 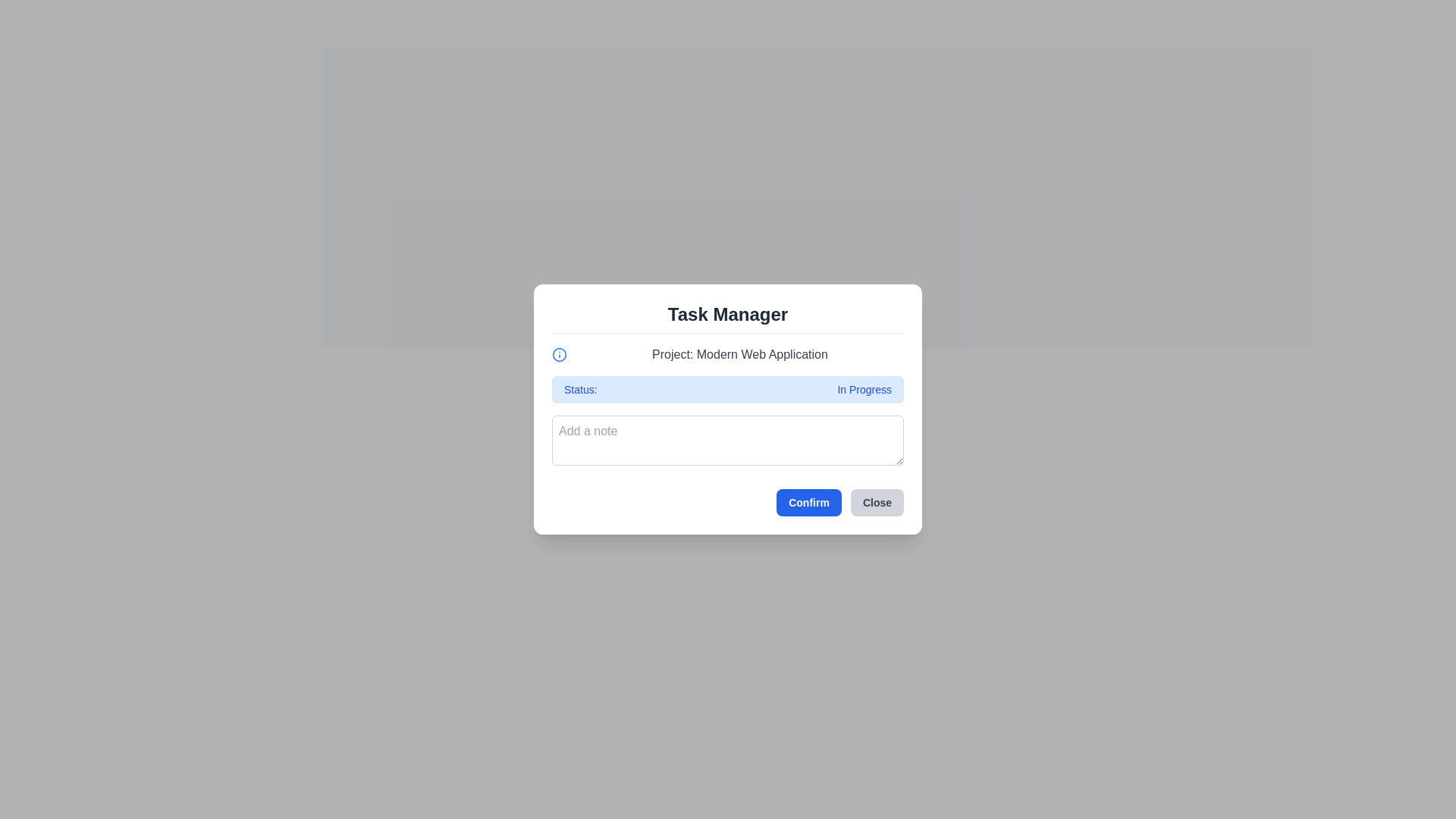 What do you see at coordinates (808, 503) in the screenshot?
I see `the 'Confirm' button, which is a rectangular button with rounded corners, blue background, and white text located at the bottom-right corner of the 'Task Manager' dialog box` at bounding box center [808, 503].